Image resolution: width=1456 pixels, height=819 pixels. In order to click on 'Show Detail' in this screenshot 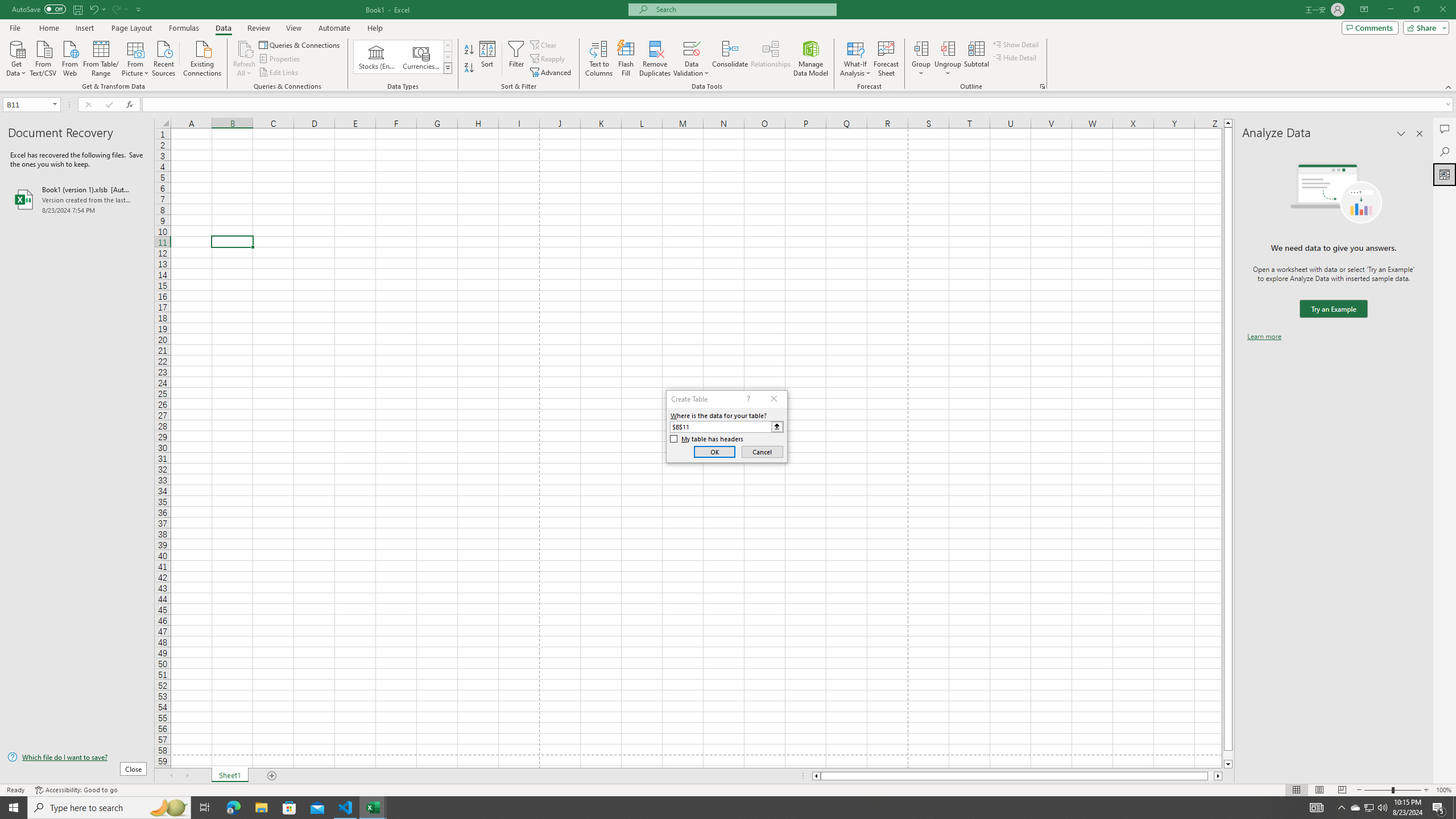, I will do `click(1015, 44)`.